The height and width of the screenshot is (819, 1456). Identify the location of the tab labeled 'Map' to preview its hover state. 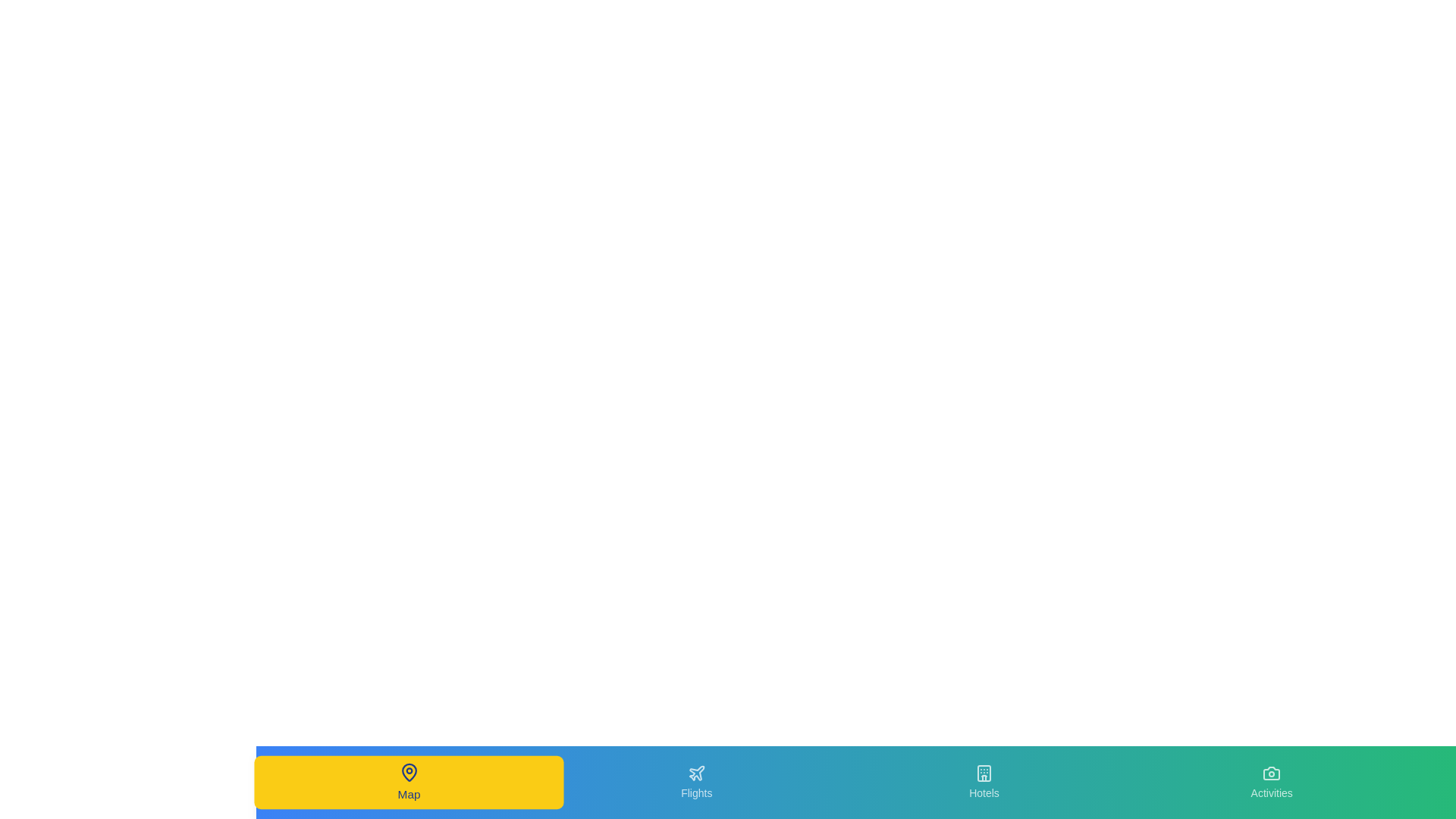
(409, 783).